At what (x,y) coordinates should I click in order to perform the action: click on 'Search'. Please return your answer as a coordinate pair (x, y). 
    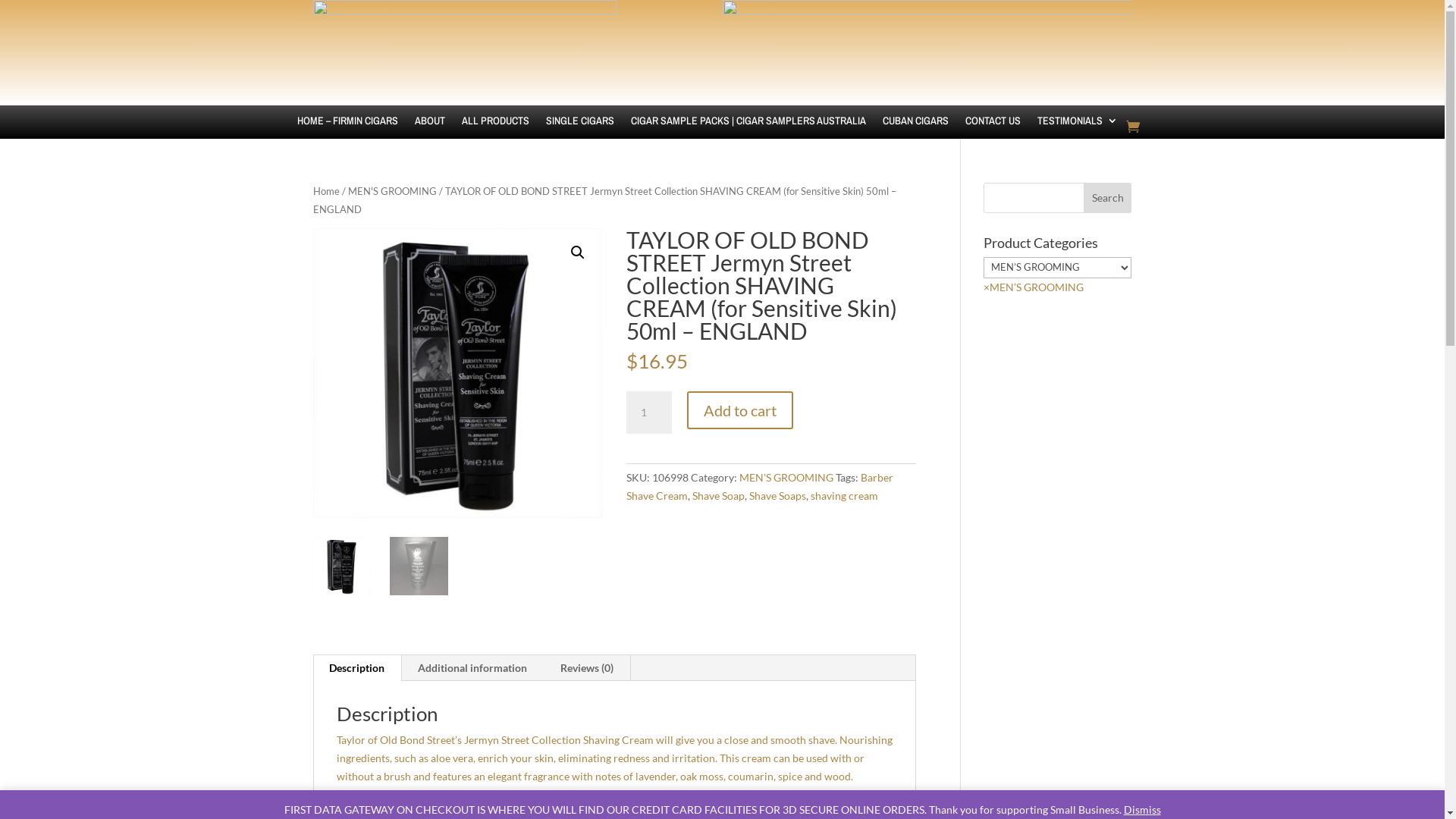
    Looking at the image, I should click on (1083, 197).